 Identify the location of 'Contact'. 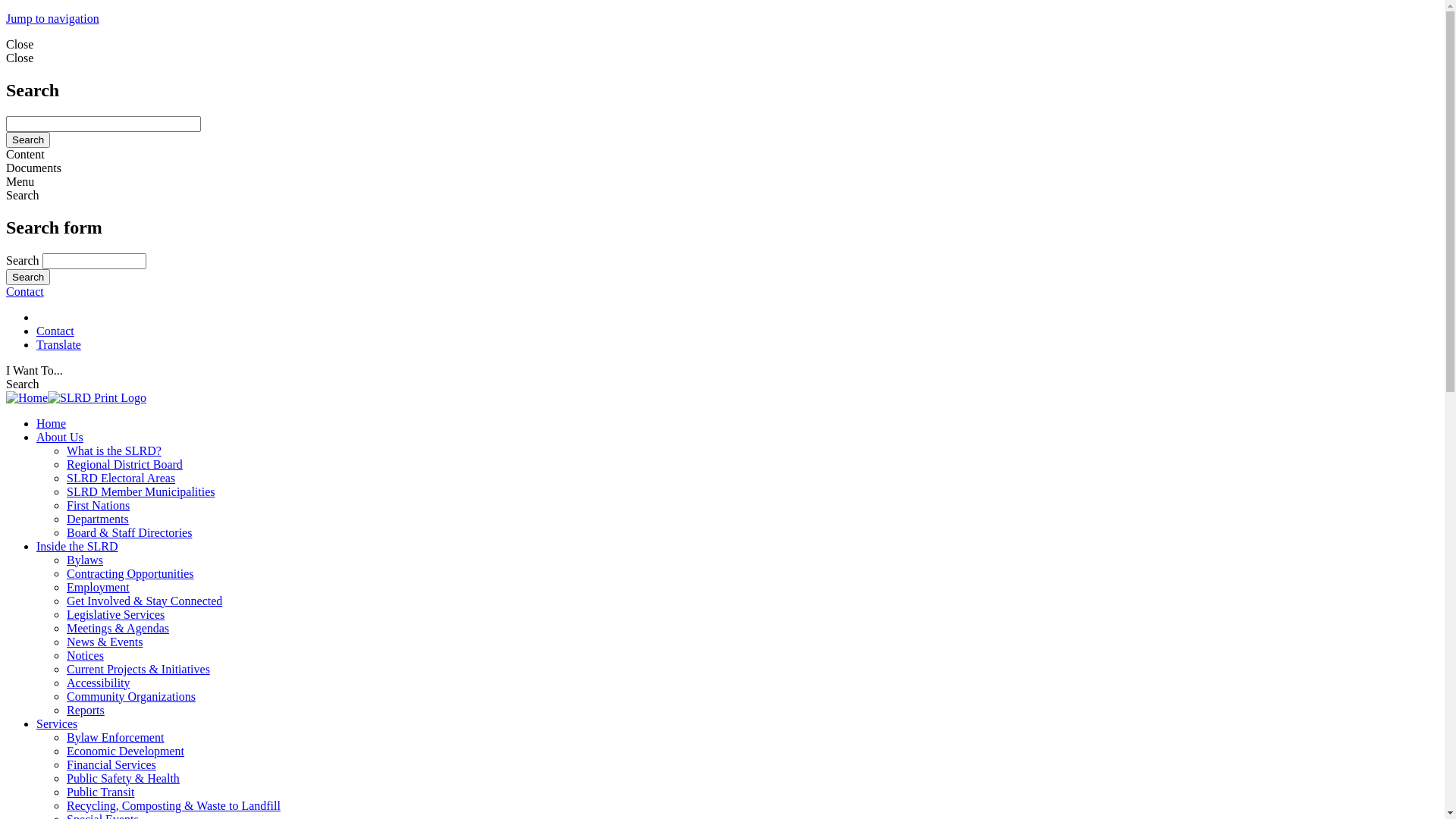
(25, 291).